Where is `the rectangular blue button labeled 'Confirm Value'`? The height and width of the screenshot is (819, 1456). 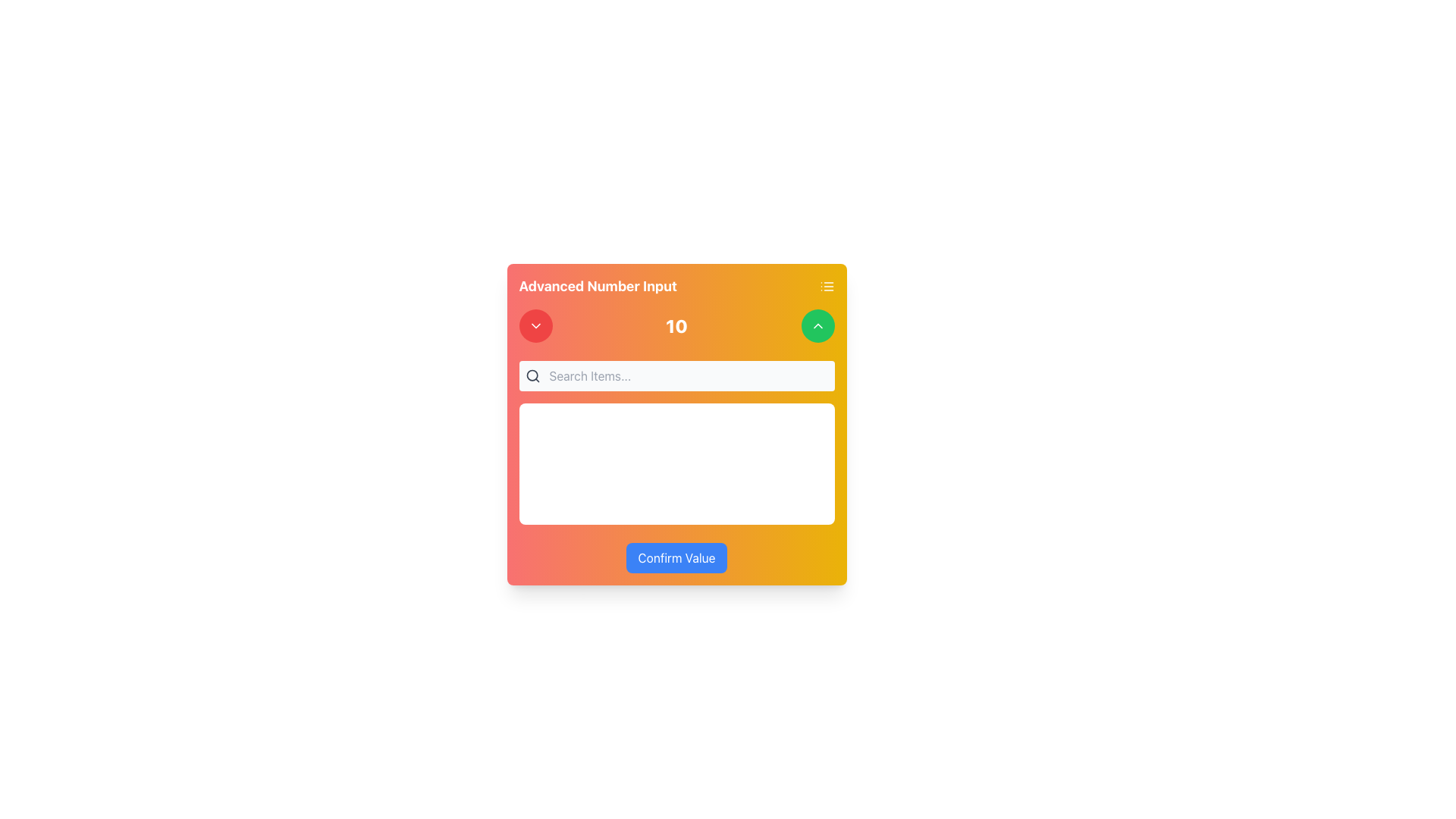 the rectangular blue button labeled 'Confirm Value' is located at coordinates (676, 558).